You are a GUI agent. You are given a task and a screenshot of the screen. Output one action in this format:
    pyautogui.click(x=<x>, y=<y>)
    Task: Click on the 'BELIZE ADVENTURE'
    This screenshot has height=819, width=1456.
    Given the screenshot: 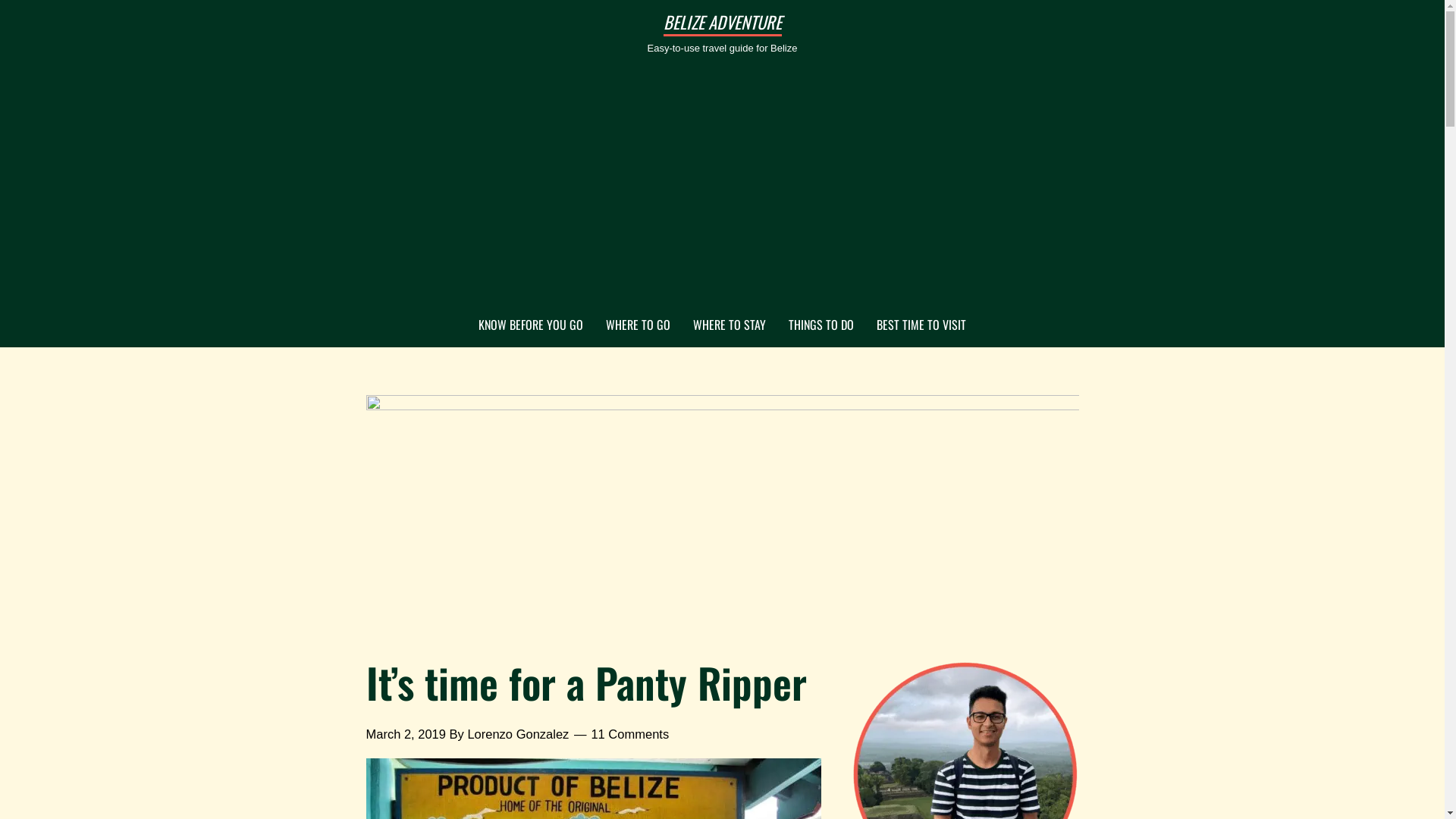 What is the action you would take?
    pyautogui.click(x=720, y=22)
    